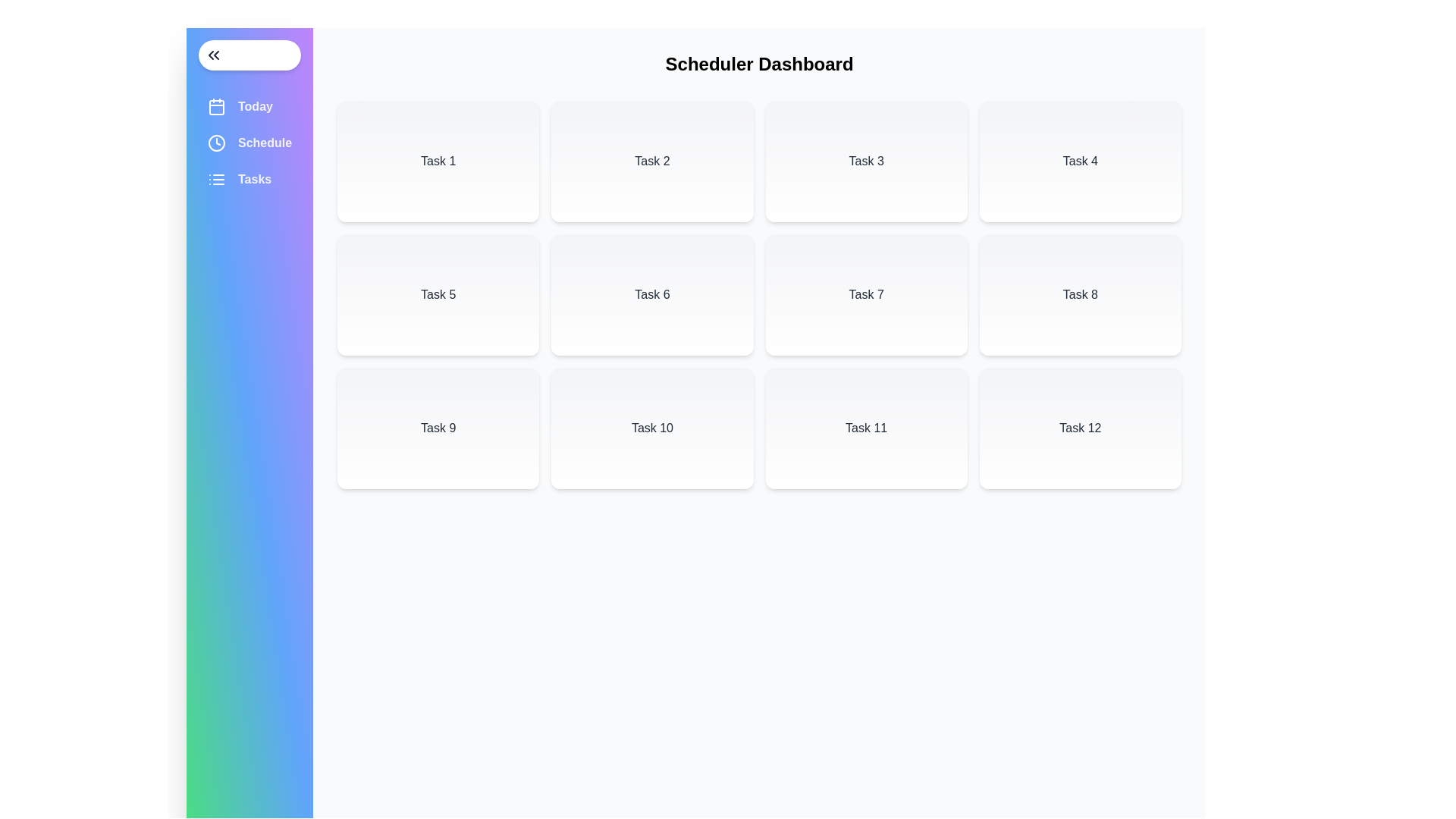 The image size is (1456, 819). What do you see at coordinates (249, 106) in the screenshot?
I see `the 'Today' menu item in the sidebar` at bounding box center [249, 106].